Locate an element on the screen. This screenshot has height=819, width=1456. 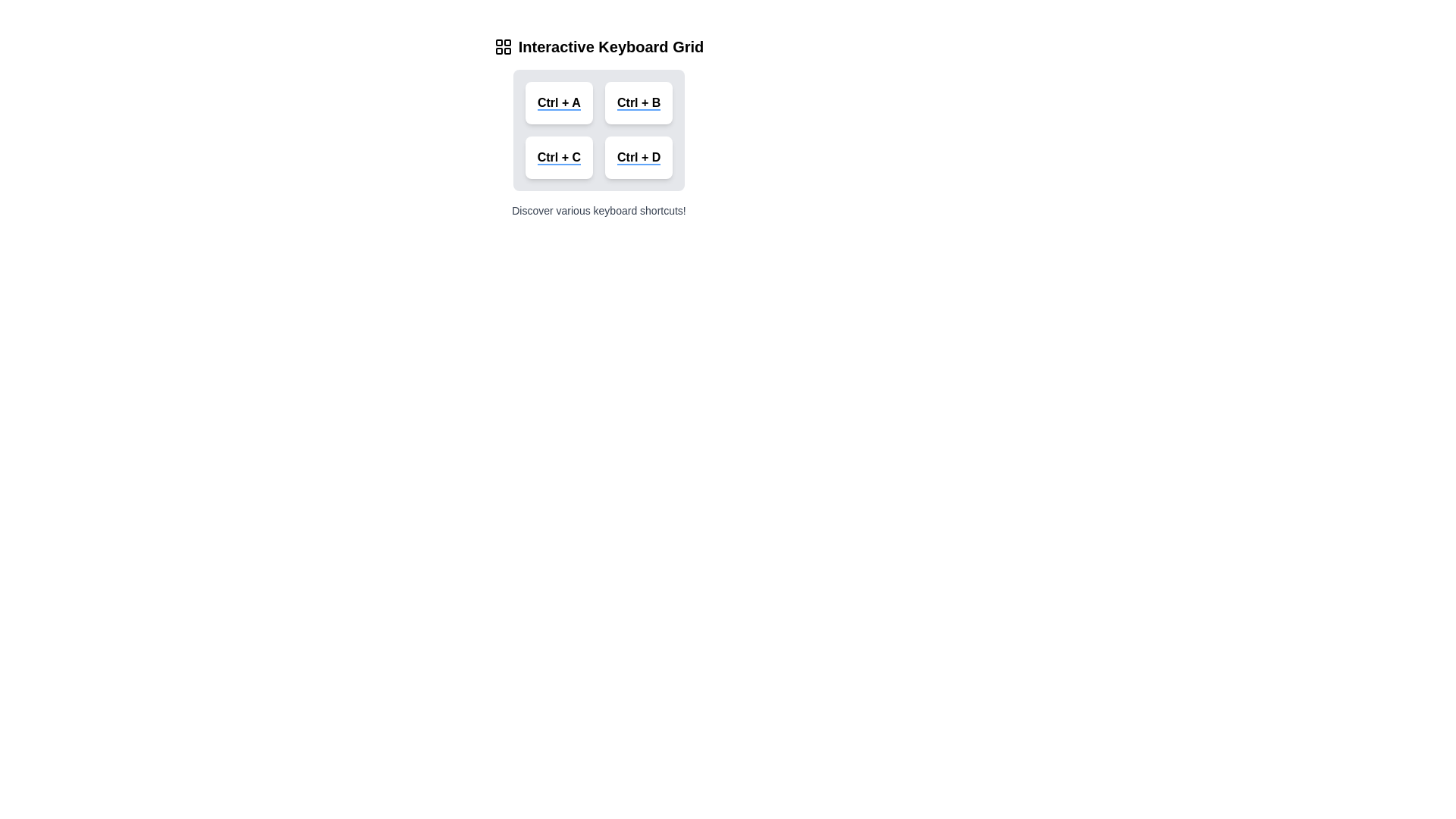
the text label that conveys the shortcut 'Ctrl + D', located in the bottom-right corner of the 2x2 grid of keyboard shortcut buttons is located at coordinates (639, 158).